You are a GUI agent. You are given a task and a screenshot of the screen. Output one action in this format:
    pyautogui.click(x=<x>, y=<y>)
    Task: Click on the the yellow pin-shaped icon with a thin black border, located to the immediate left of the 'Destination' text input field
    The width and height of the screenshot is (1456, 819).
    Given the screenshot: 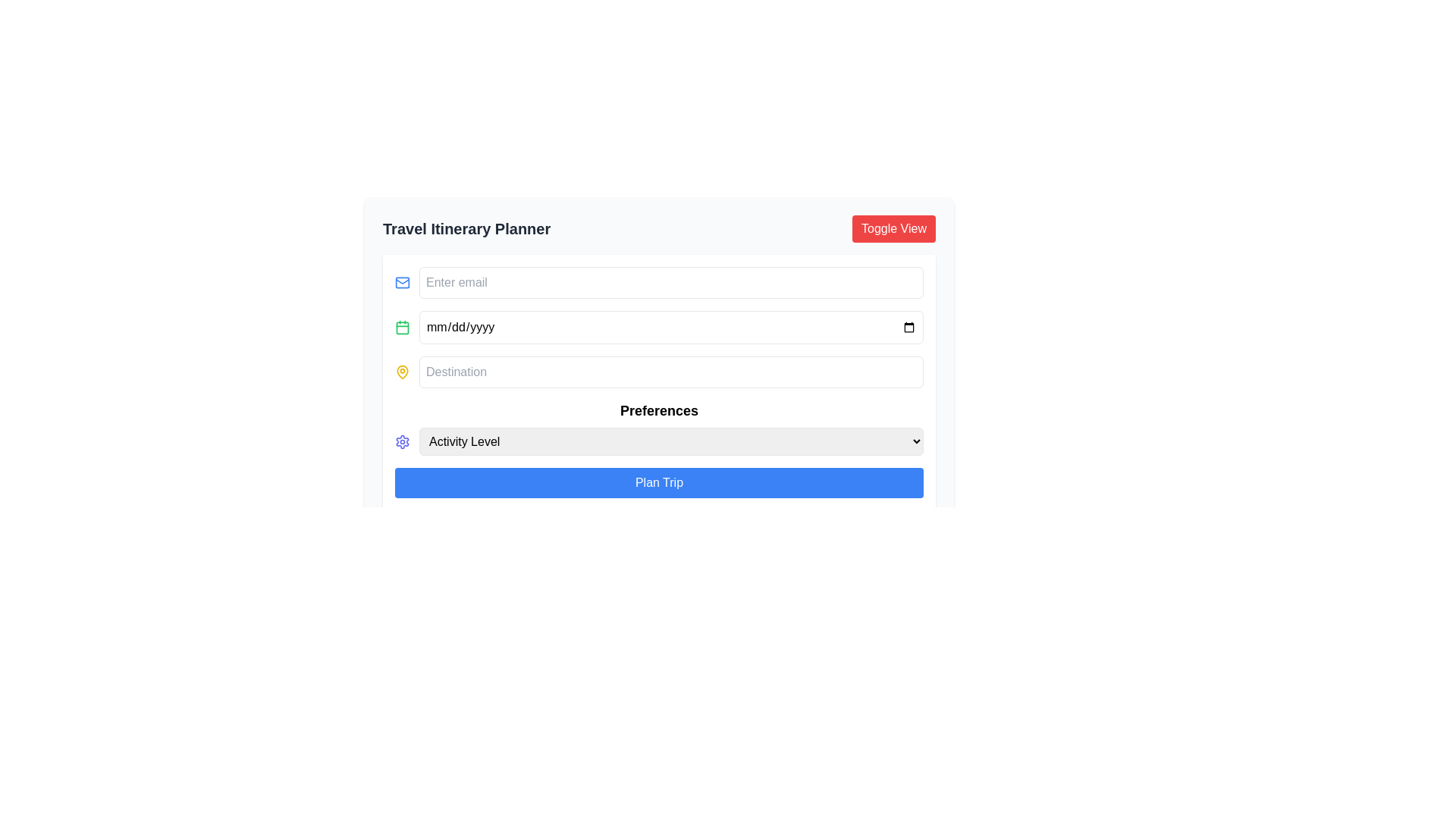 What is the action you would take?
    pyautogui.click(x=403, y=372)
    